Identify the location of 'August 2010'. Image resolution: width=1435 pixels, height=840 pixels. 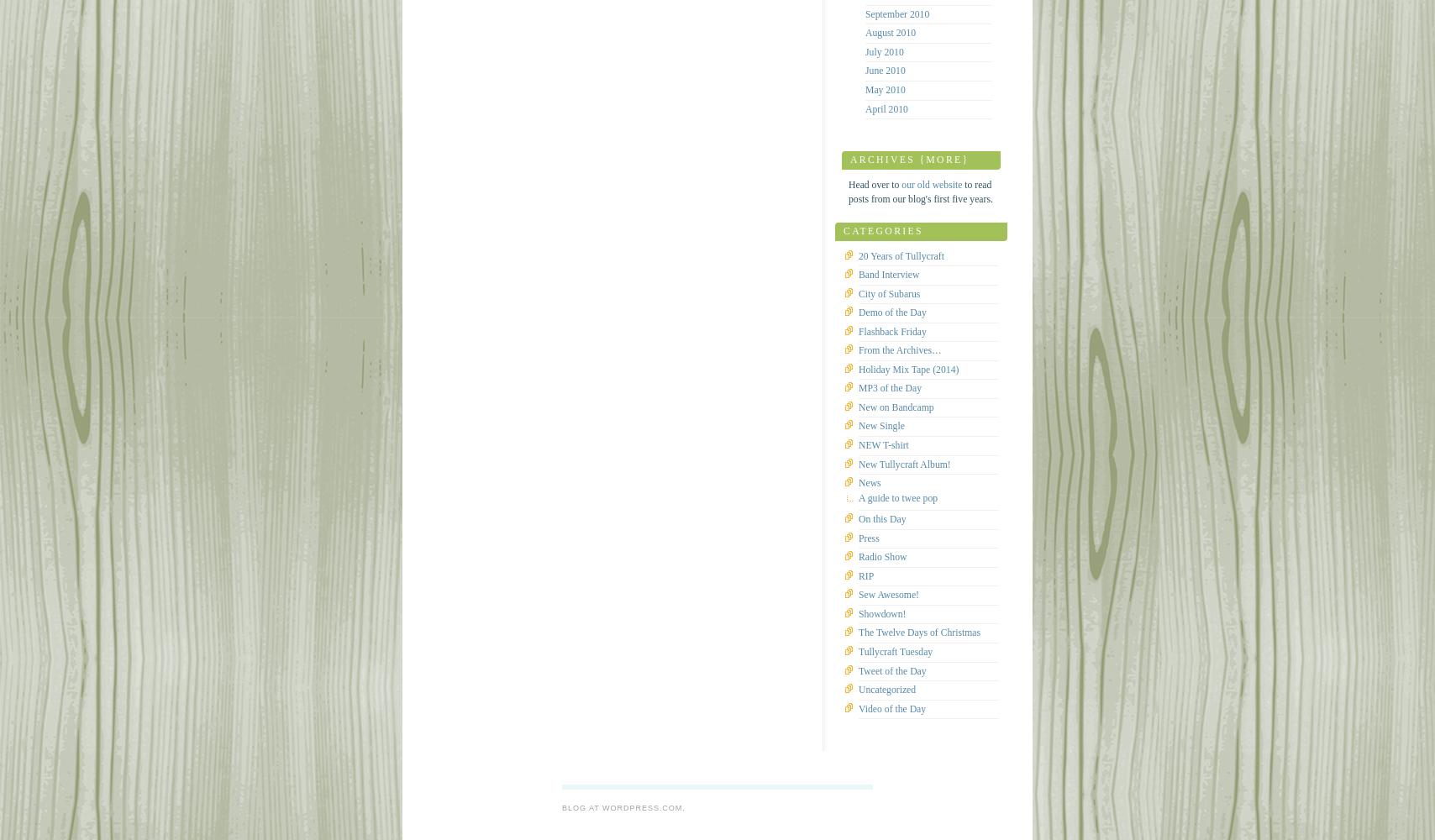
(890, 33).